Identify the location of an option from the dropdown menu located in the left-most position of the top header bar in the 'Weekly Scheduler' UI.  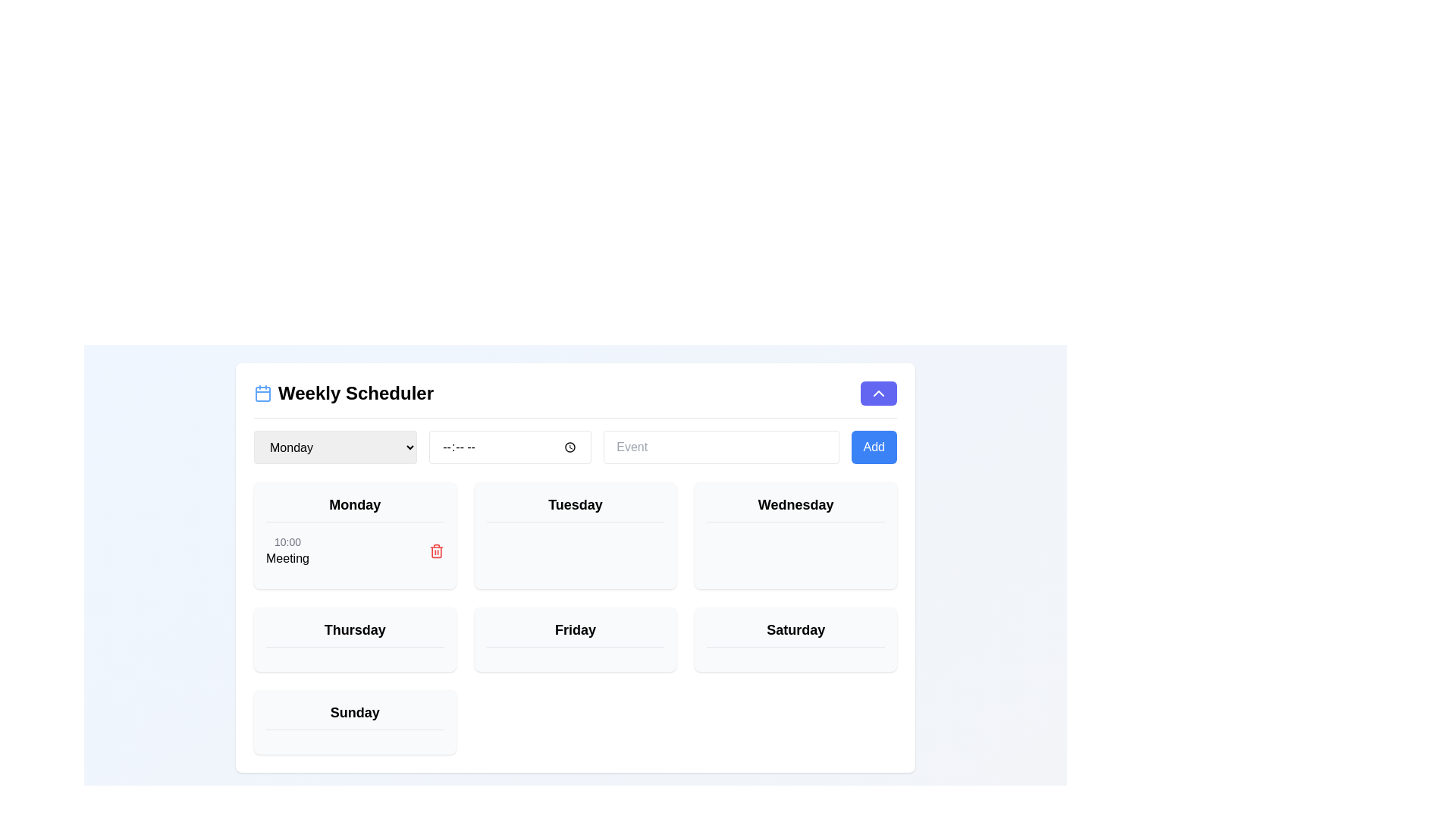
(334, 447).